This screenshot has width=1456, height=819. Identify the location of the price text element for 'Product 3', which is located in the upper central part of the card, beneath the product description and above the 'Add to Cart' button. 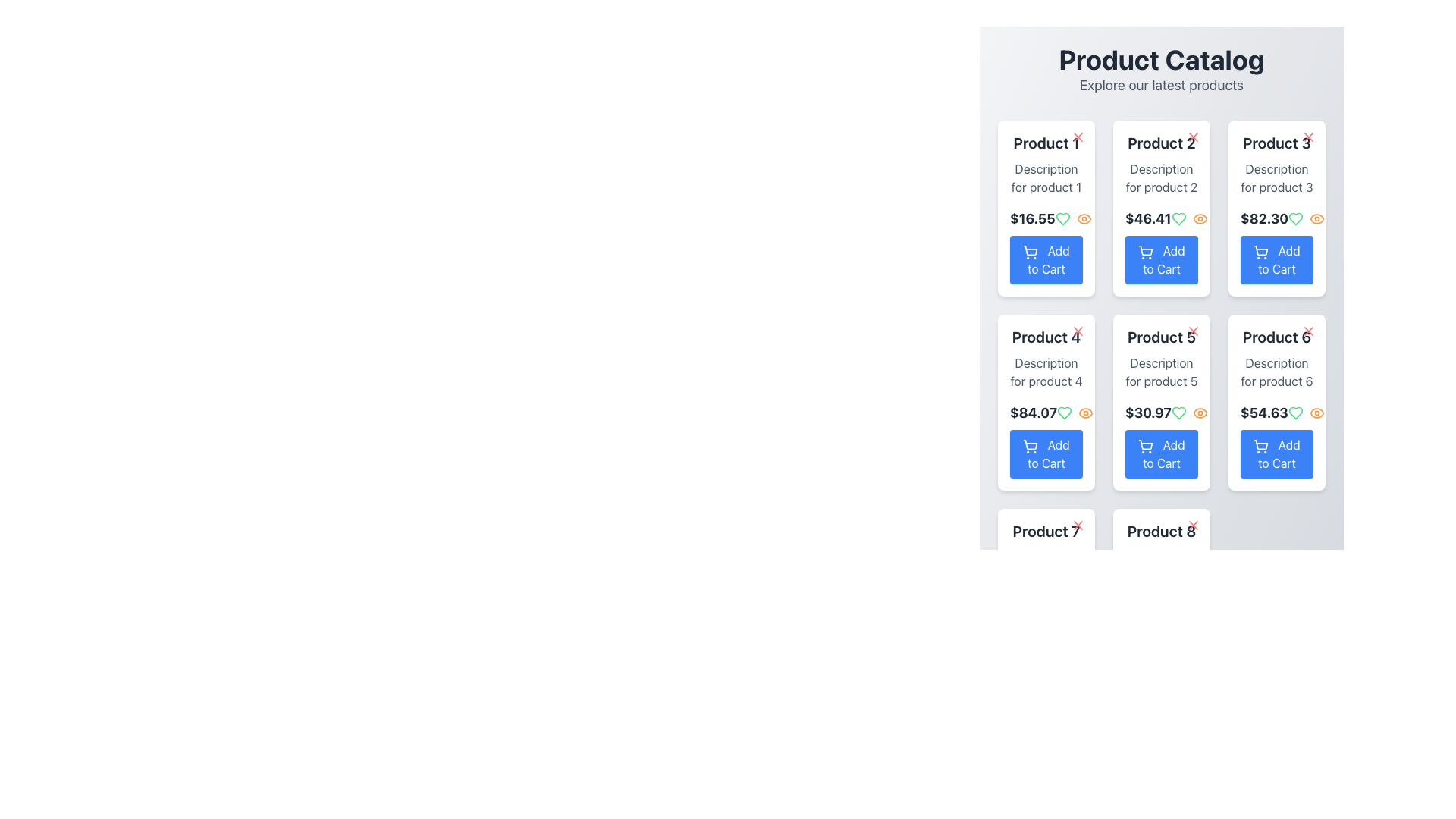
(1276, 219).